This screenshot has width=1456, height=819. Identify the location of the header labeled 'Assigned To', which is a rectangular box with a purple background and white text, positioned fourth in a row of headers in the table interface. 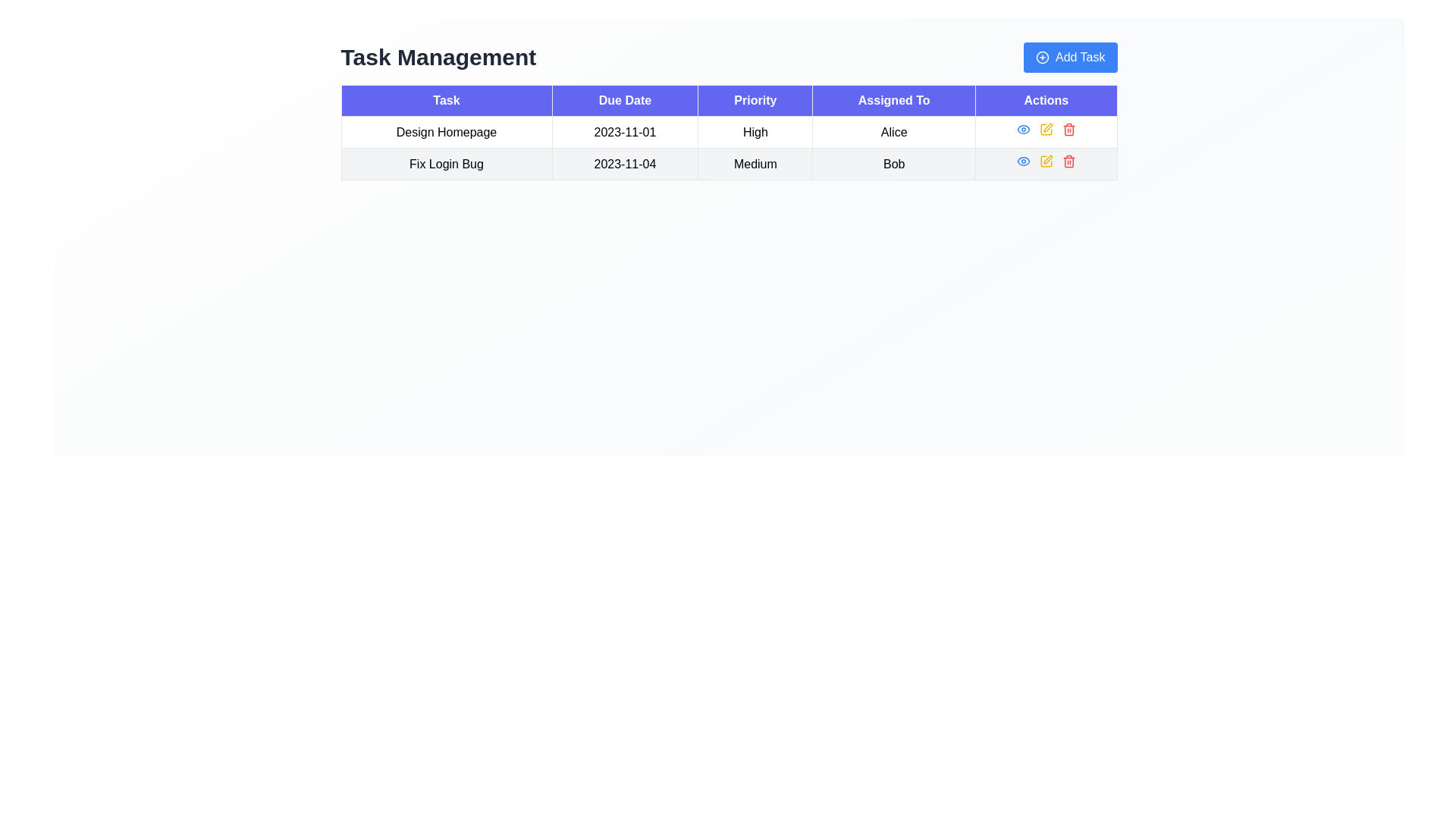
(894, 100).